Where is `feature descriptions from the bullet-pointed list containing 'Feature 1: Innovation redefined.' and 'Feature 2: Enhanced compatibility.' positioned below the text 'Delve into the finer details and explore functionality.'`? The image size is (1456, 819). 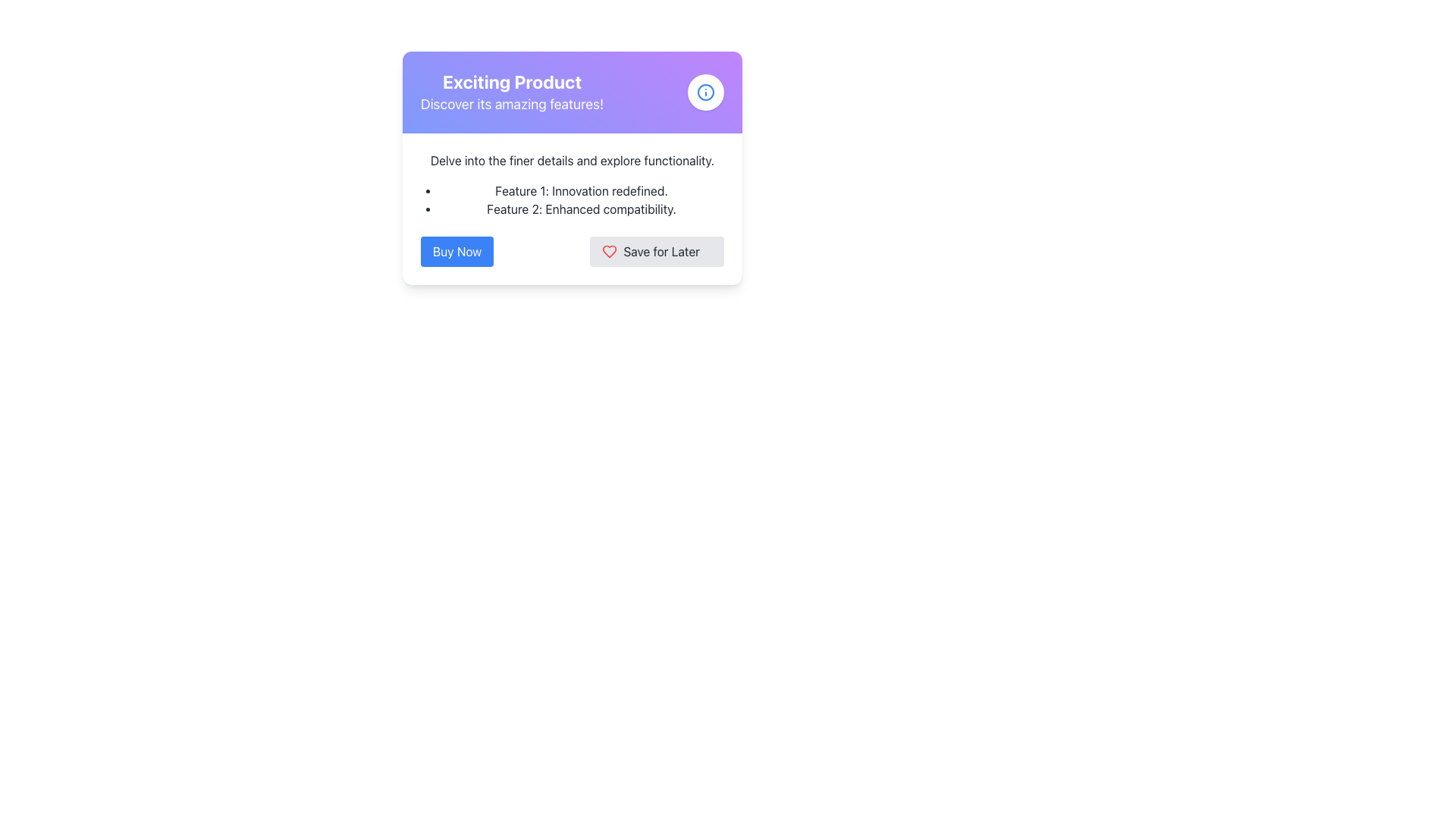 feature descriptions from the bullet-pointed list containing 'Feature 1: Innovation redefined.' and 'Feature 2: Enhanced compatibility.' positioned below the text 'Delve into the finer details and explore functionality.' is located at coordinates (571, 199).